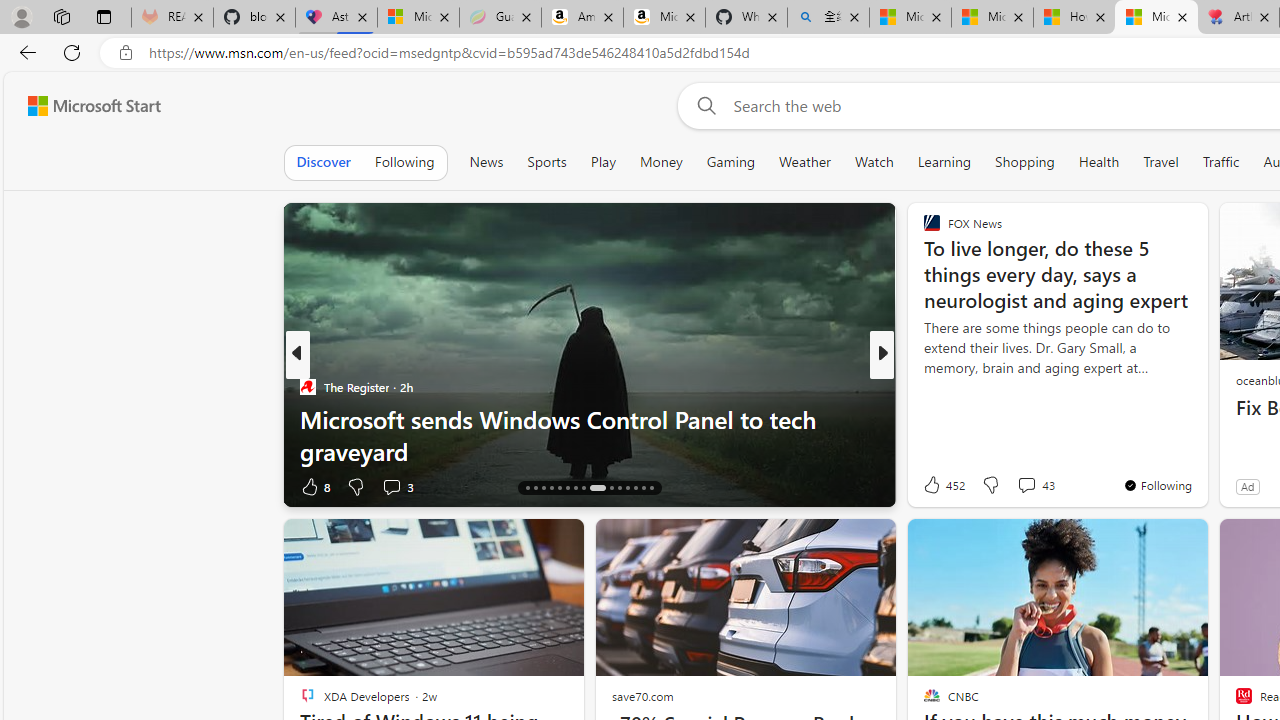 The image size is (1280, 720). Describe the element at coordinates (397, 486) in the screenshot. I see `'View comments 3 Comment'` at that location.